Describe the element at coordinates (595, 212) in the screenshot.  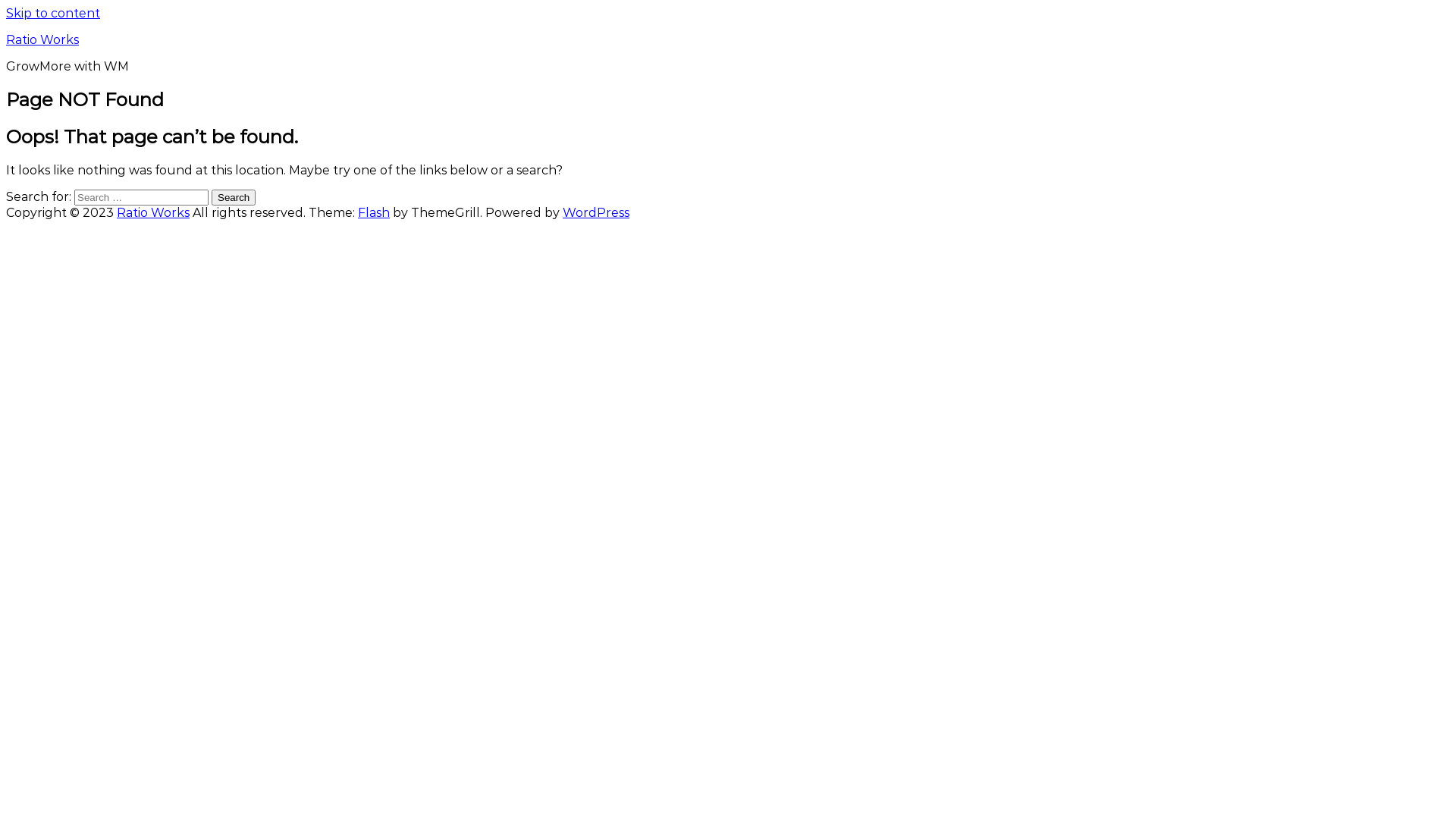
I see `'WordPress'` at that location.